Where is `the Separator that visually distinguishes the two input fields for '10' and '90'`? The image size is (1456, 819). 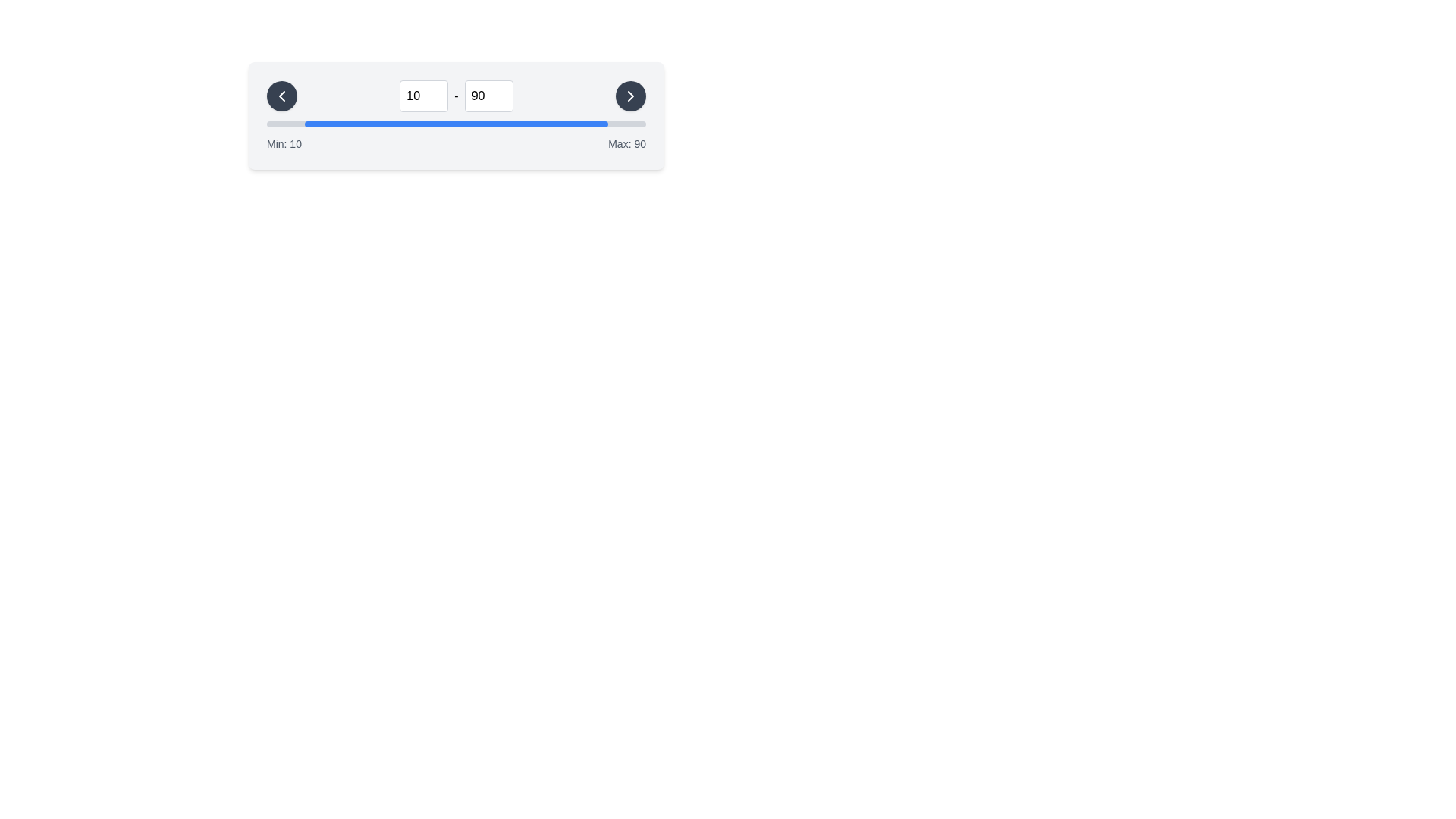 the Separator that visually distinguishes the two input fields for '10' and '90' is located at coordinates (455, 96).